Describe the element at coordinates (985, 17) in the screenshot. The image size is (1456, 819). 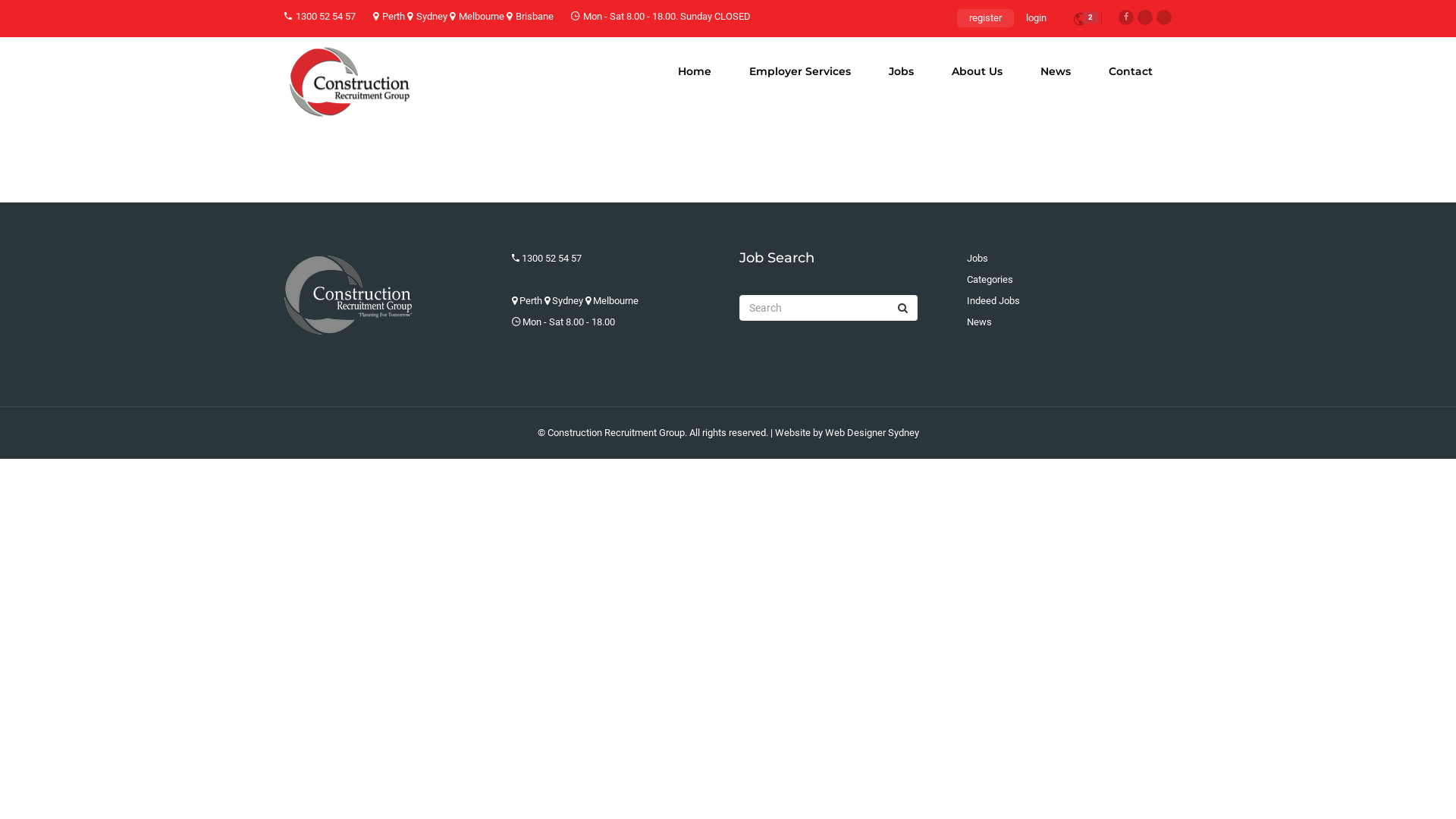
I see `'register'` at that location.